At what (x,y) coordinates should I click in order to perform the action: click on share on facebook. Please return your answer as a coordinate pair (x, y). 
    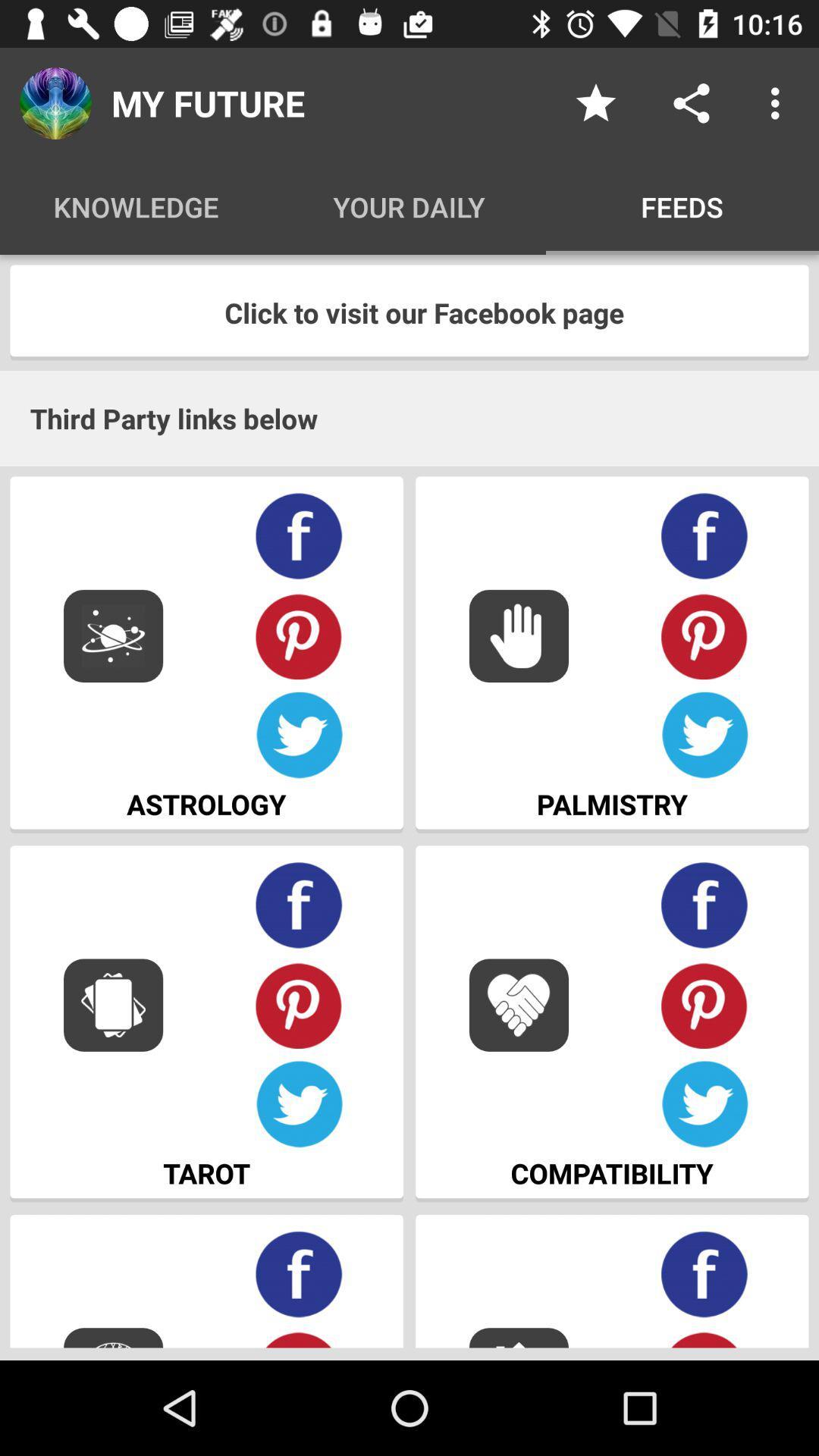
    Looking at the image, I should click on (299, 905).